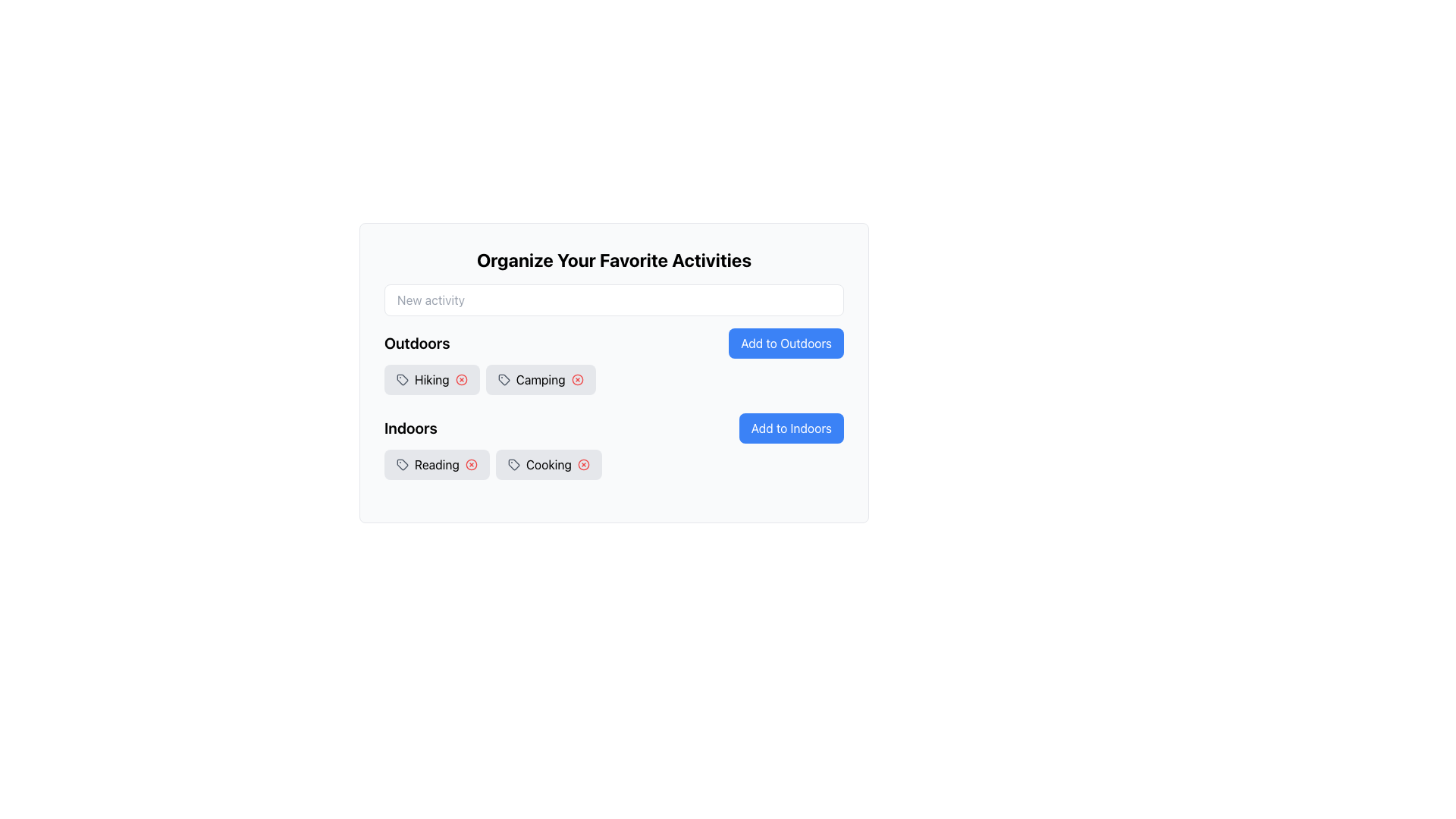  I want to click on the delete icon associated with the activity label 'Cooking', so click(548, 464).